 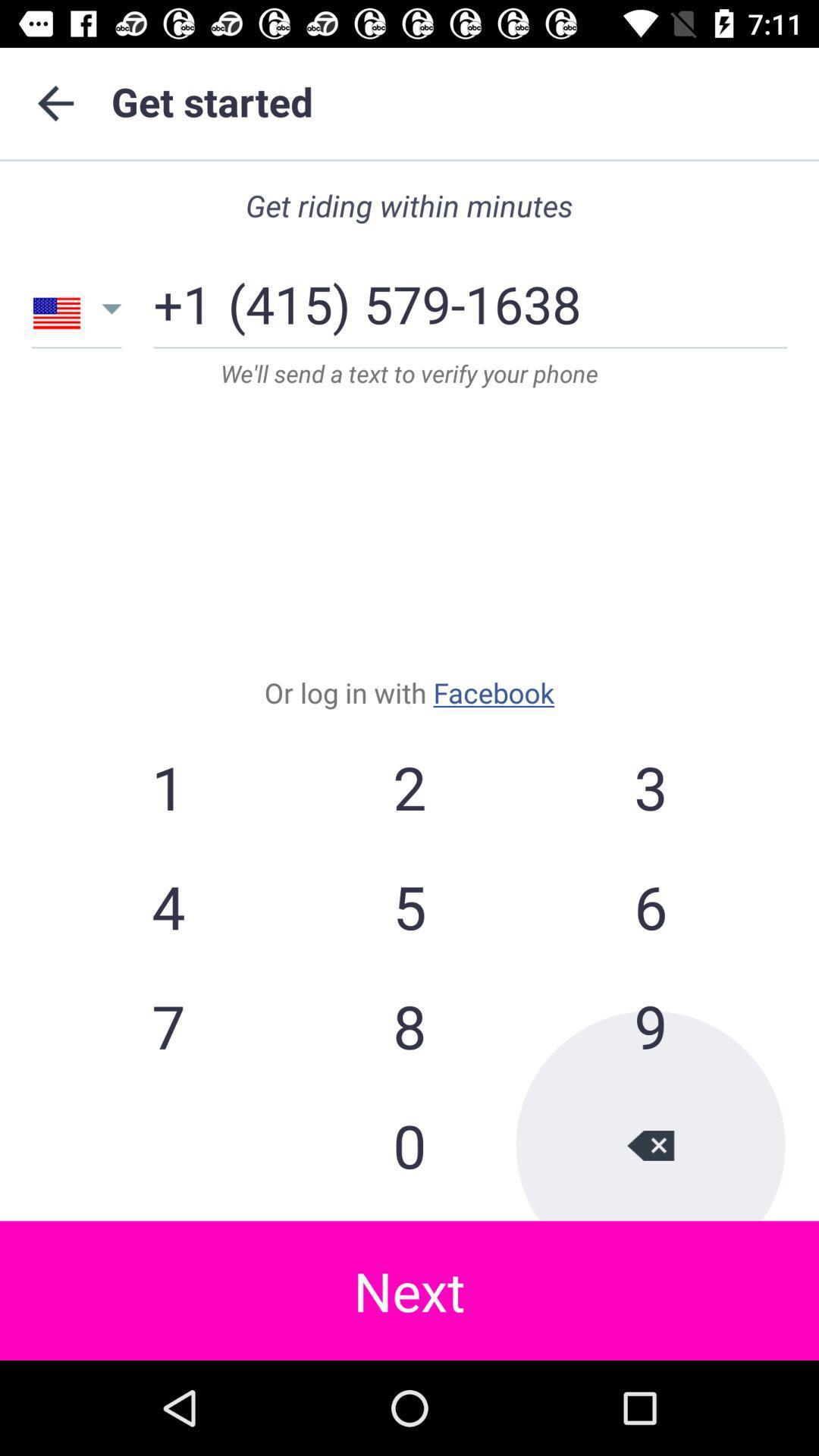 I want to click on item next to 7, so click(x=409, y=1145).